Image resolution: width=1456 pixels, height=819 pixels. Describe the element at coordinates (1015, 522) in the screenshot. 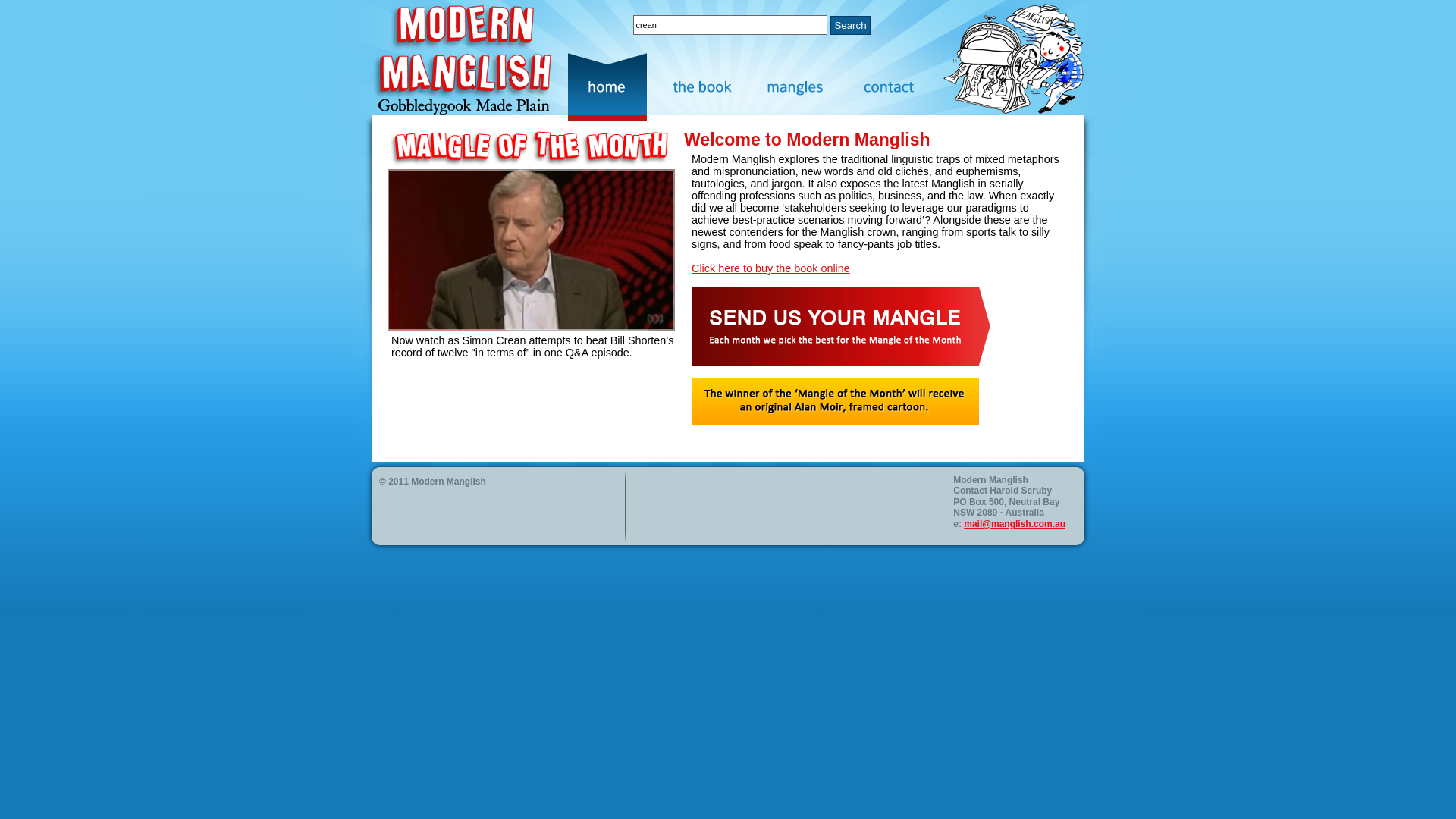

I see `'mail@manglish.com.au'` at that location.